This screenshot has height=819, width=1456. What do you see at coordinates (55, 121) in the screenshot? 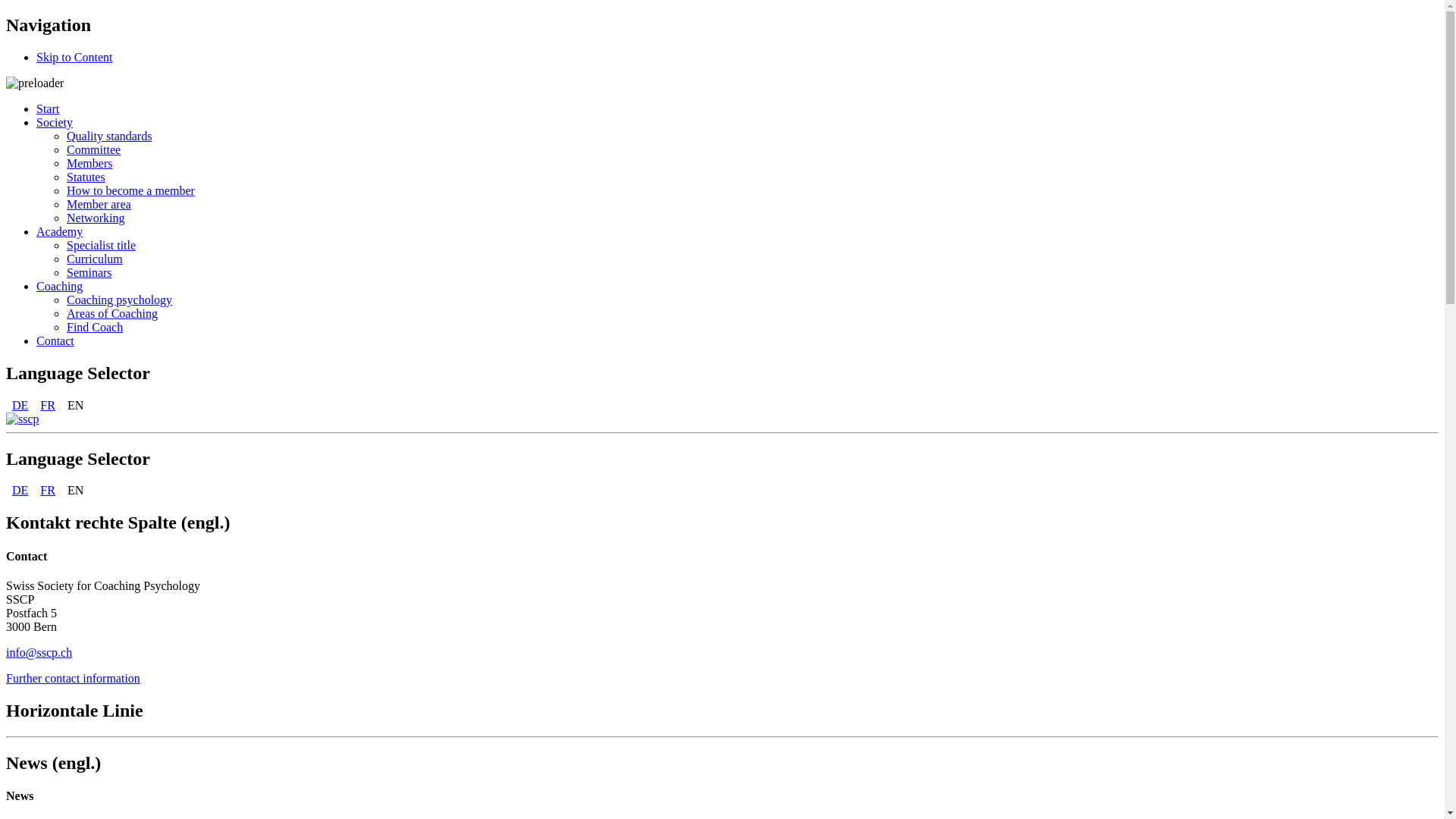
I see `'Society'` at bounding box center [55, 121].